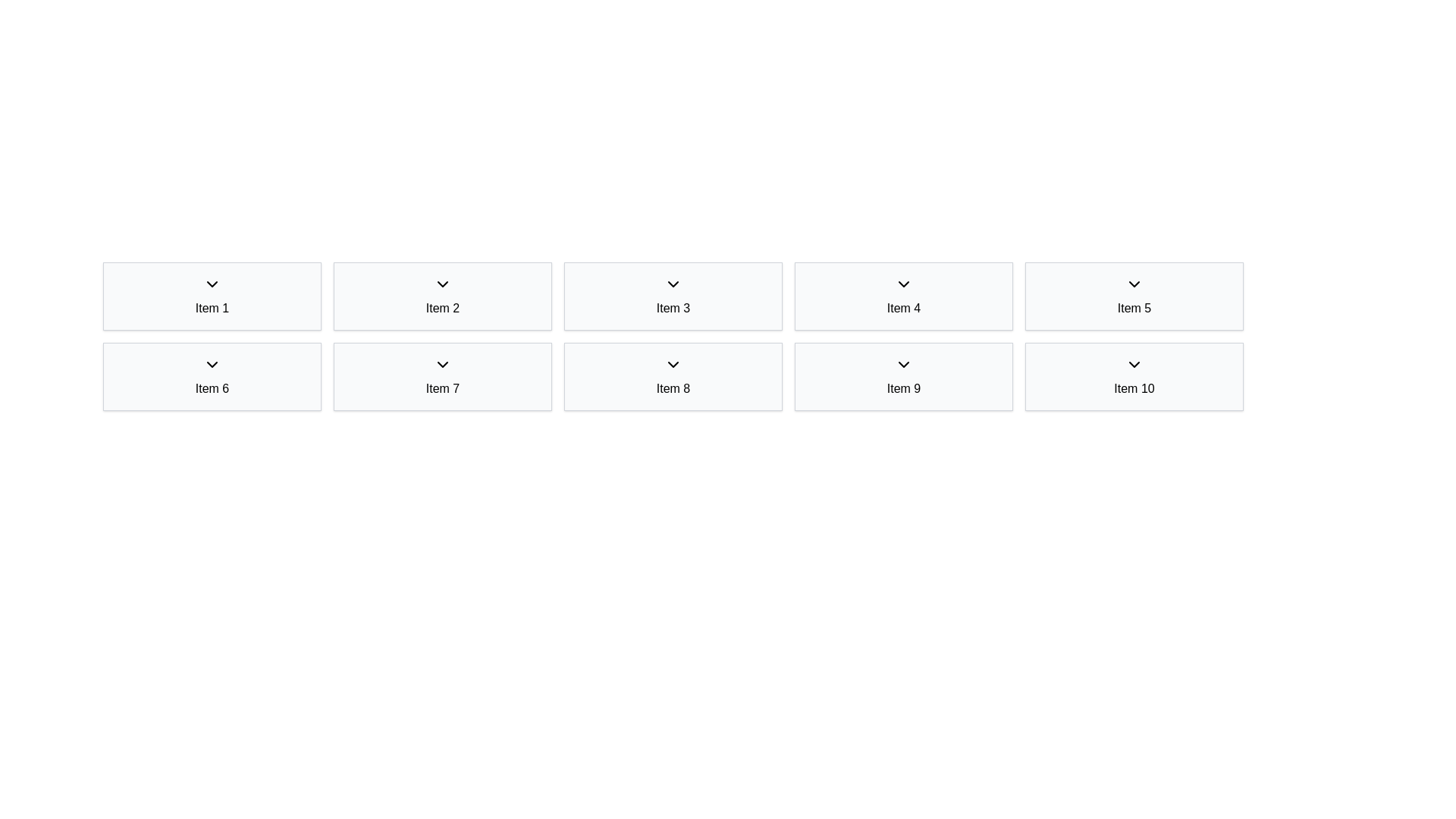 The image size is (1456, 819). I want to click on the ninth grid item located in the second row and fourth column of the grid layout, so click(903, 376).